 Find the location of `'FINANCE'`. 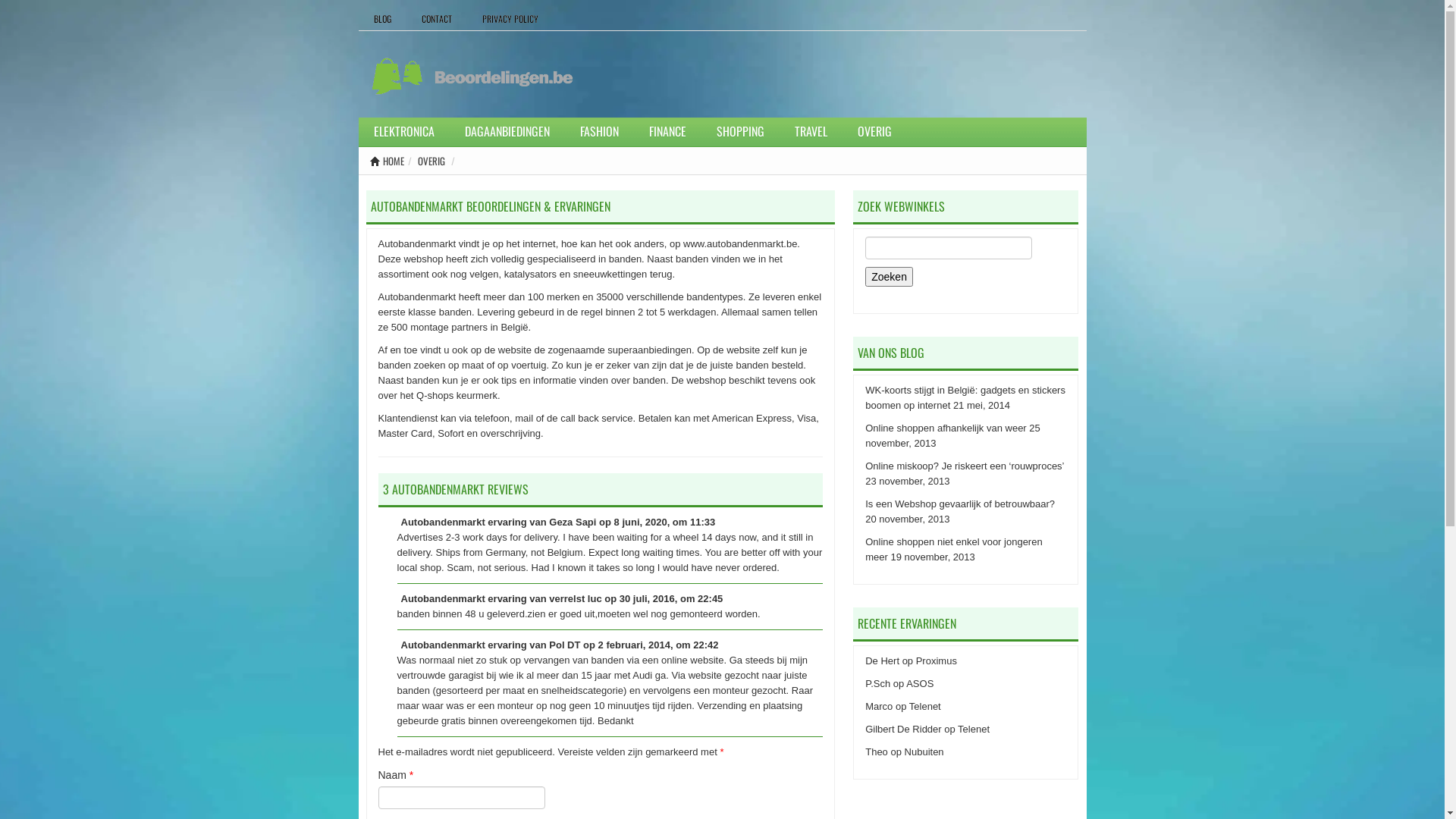

'FINANCE' is located at coordinates (667, 130).